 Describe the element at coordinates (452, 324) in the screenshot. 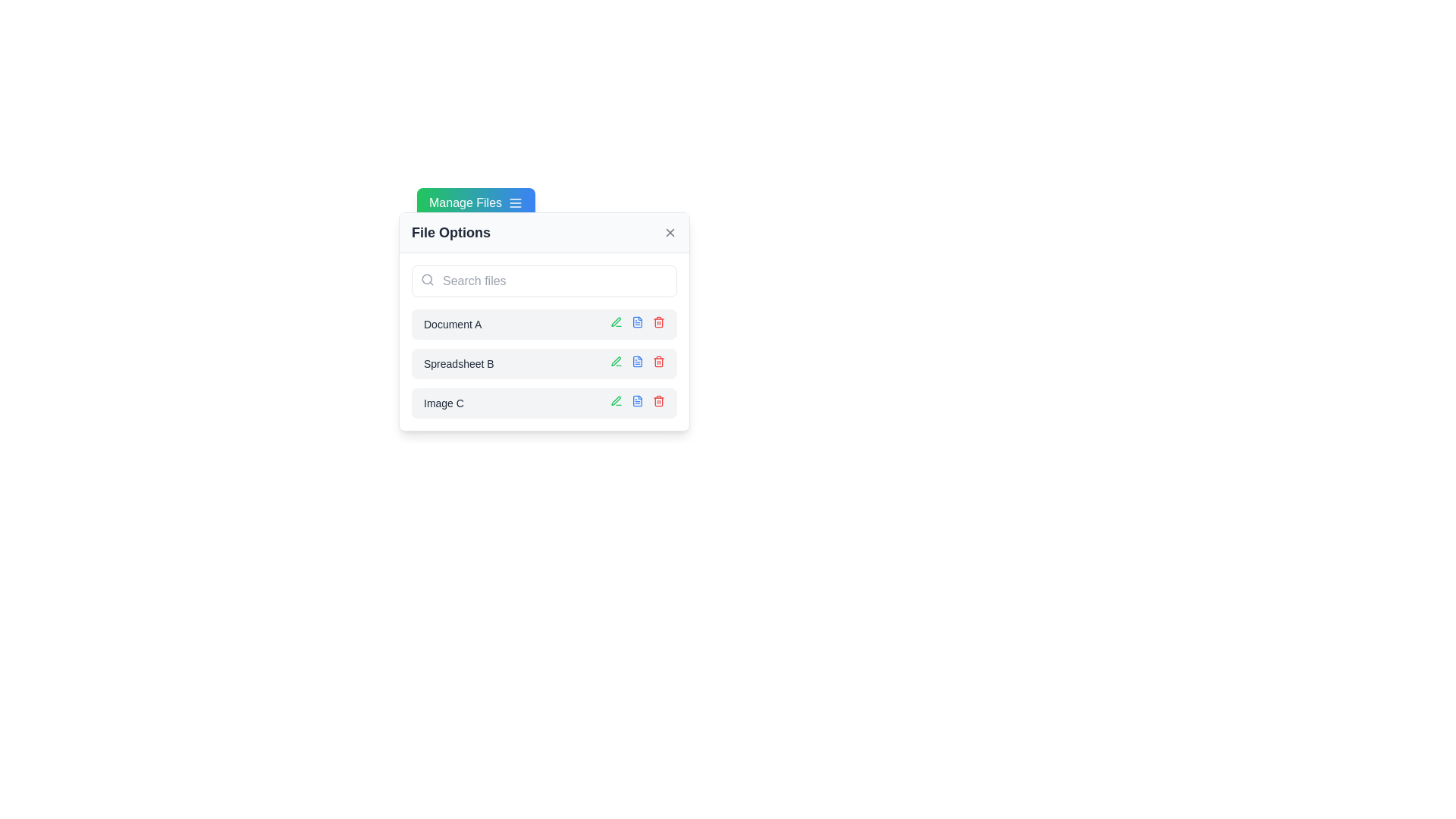

I see `the text label 'Document A', which is styled in a small font size with medium weight and grayish-black color, located at the top of the 'File Options' panel` at that location.